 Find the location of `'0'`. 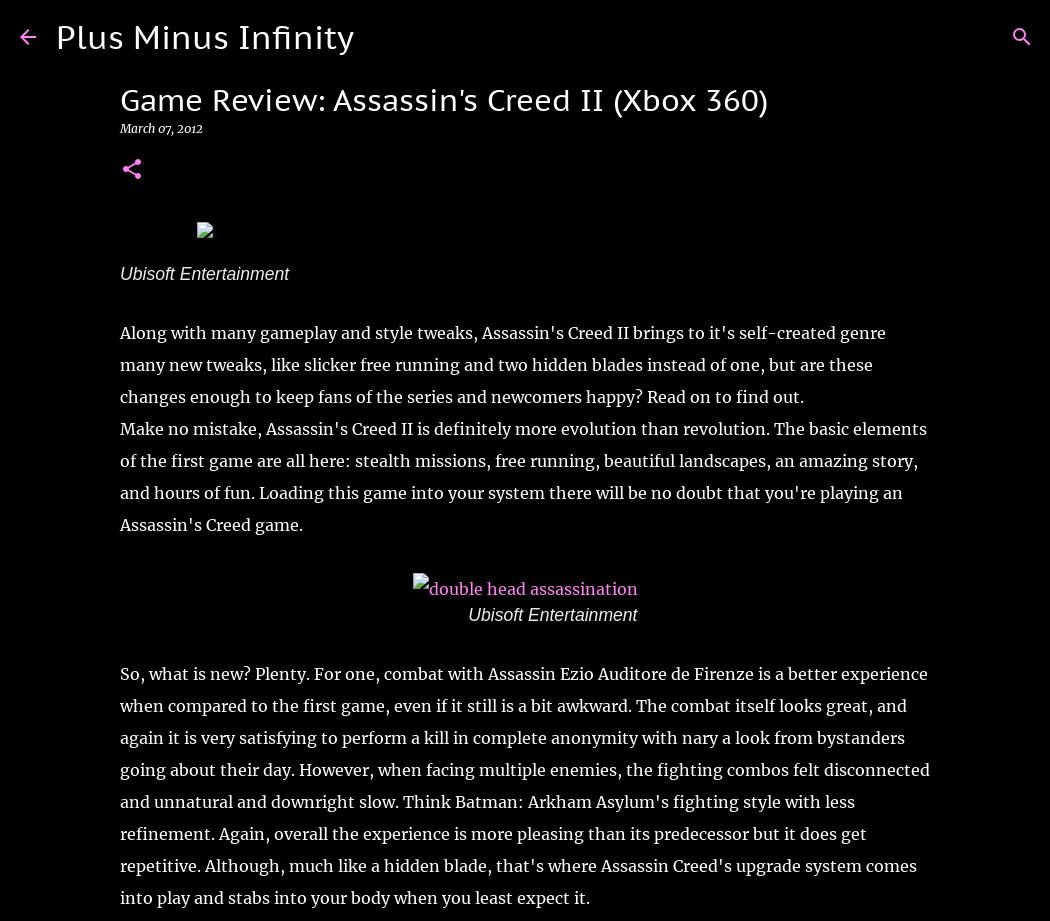

'0' is located at coordinates (141, 286).